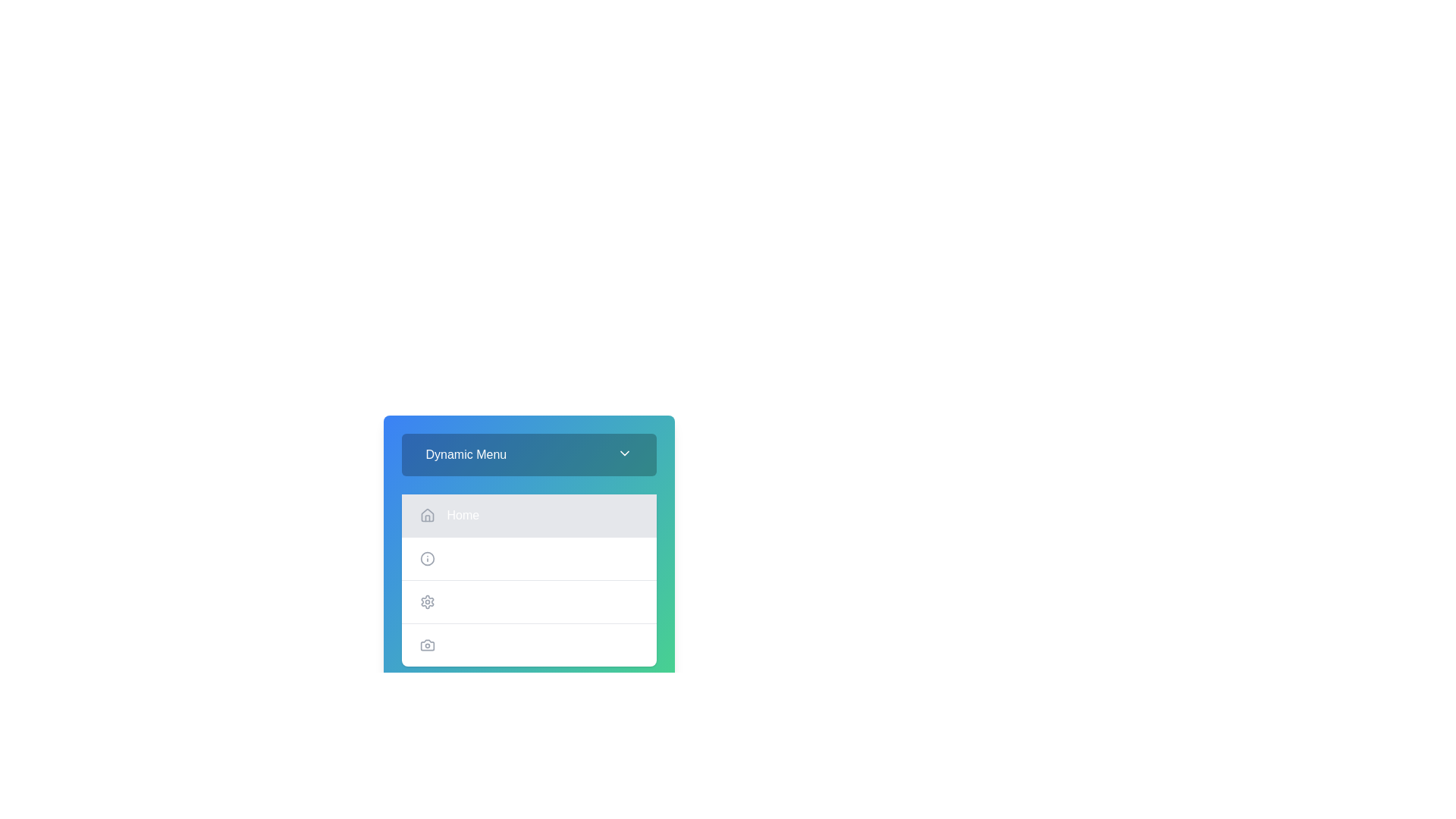  What do you see at coordinates (529, 534) in the screenshot?
I see `the Navigation option row containing the 'Home' icon and text, which is the first row in the drop-down menu beneath the 'Dynamic Menu' header` at bounding box center [529, 534].